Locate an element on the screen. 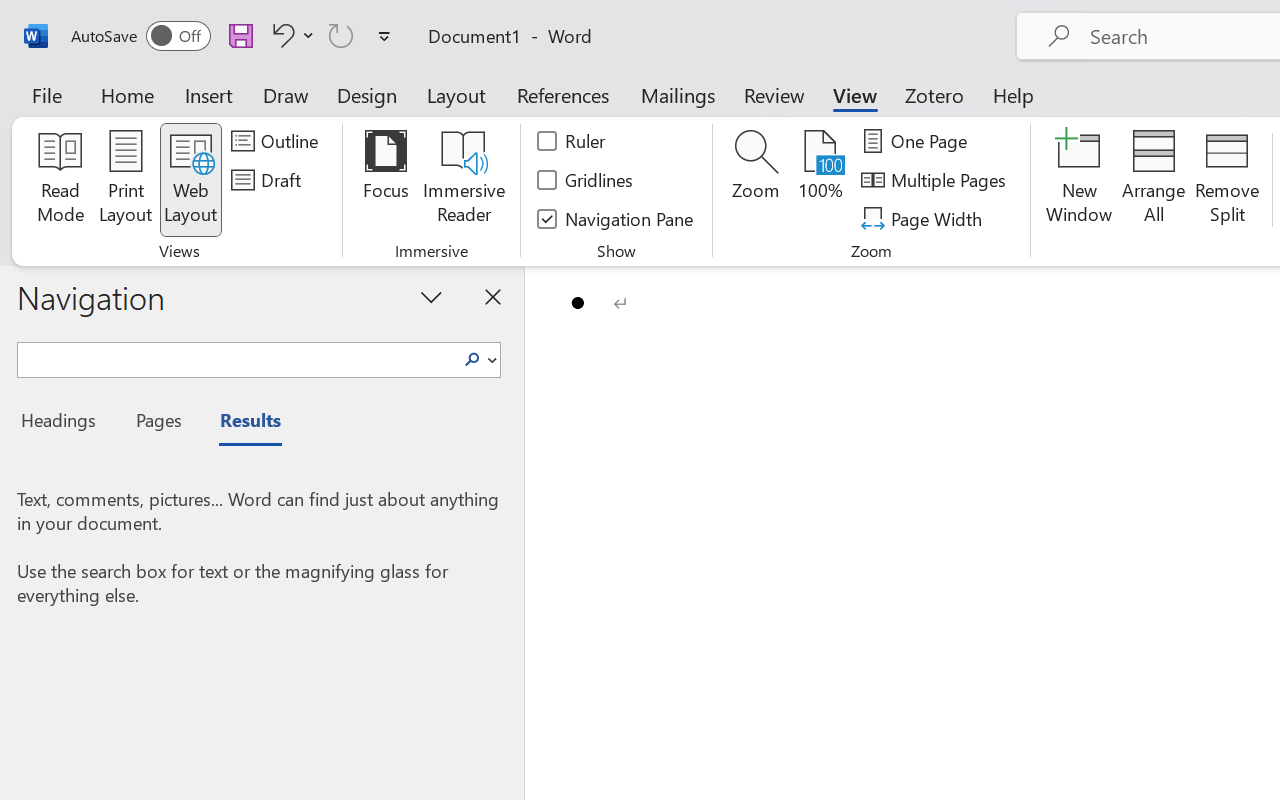 The height and width of the screenshot is (800, 1280). 'Undo Bullet Default' is located at coordinates (289, 34).